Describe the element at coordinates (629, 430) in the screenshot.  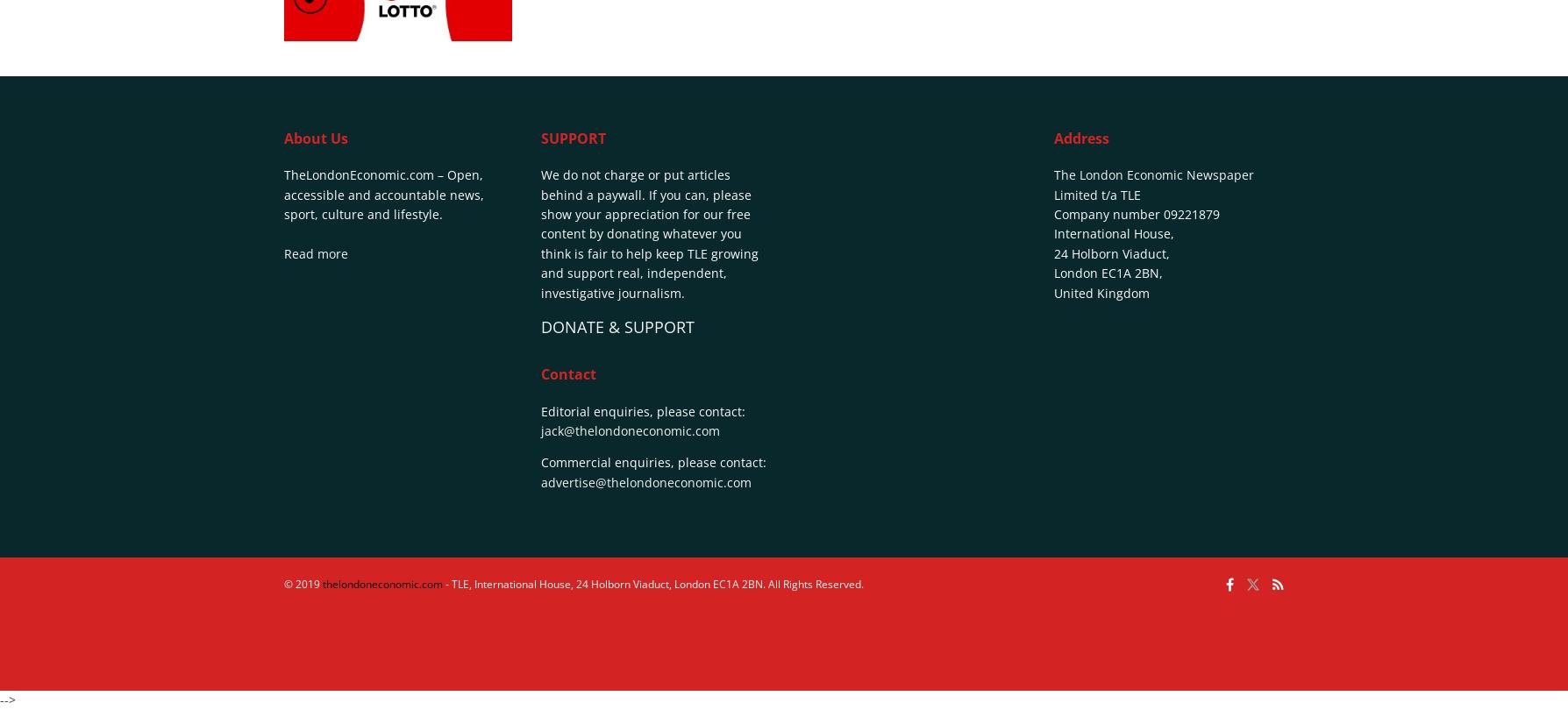
I see `'jack@thelondoneconomic.com'` at that location.